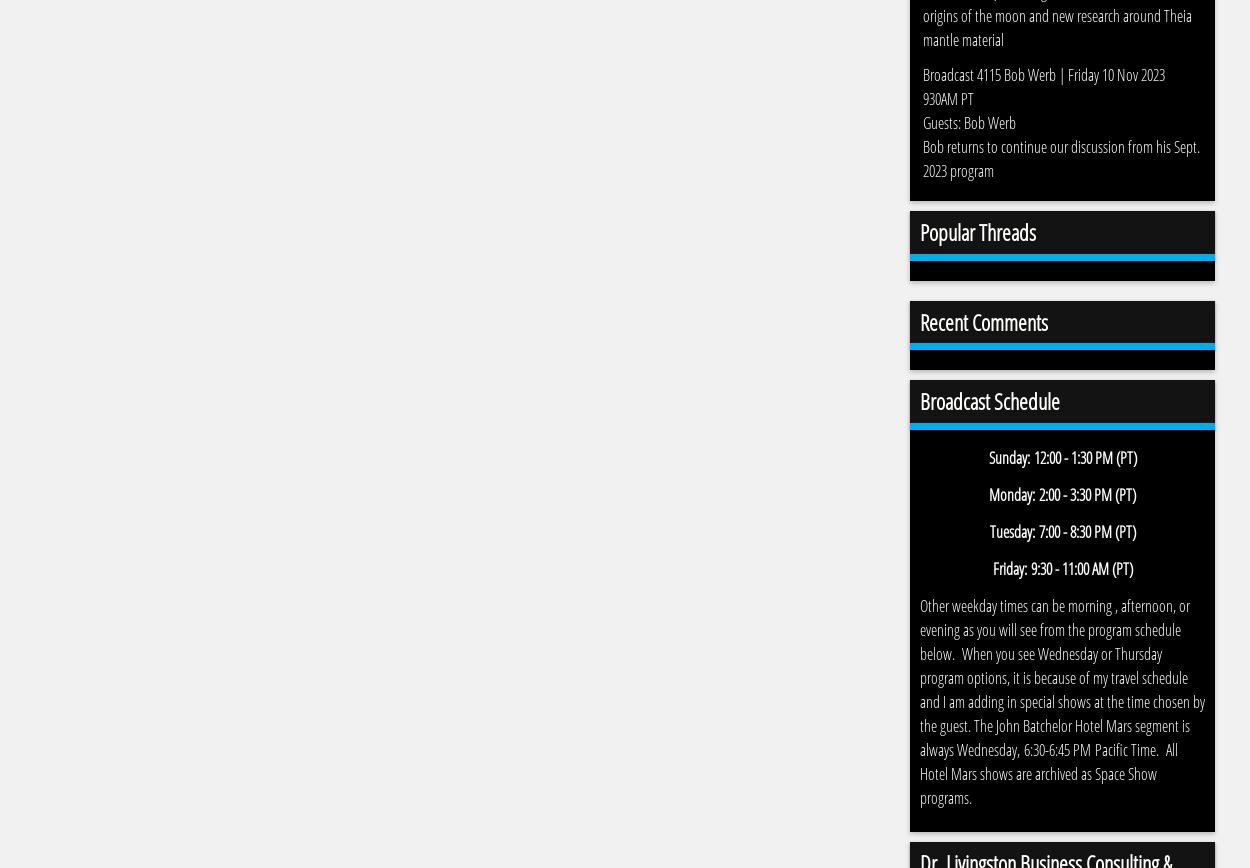 The image size is (1250, 868). Describe the element at coordinates (977, 232) in the screenshot. I see `'Popular Threads'` at that location.